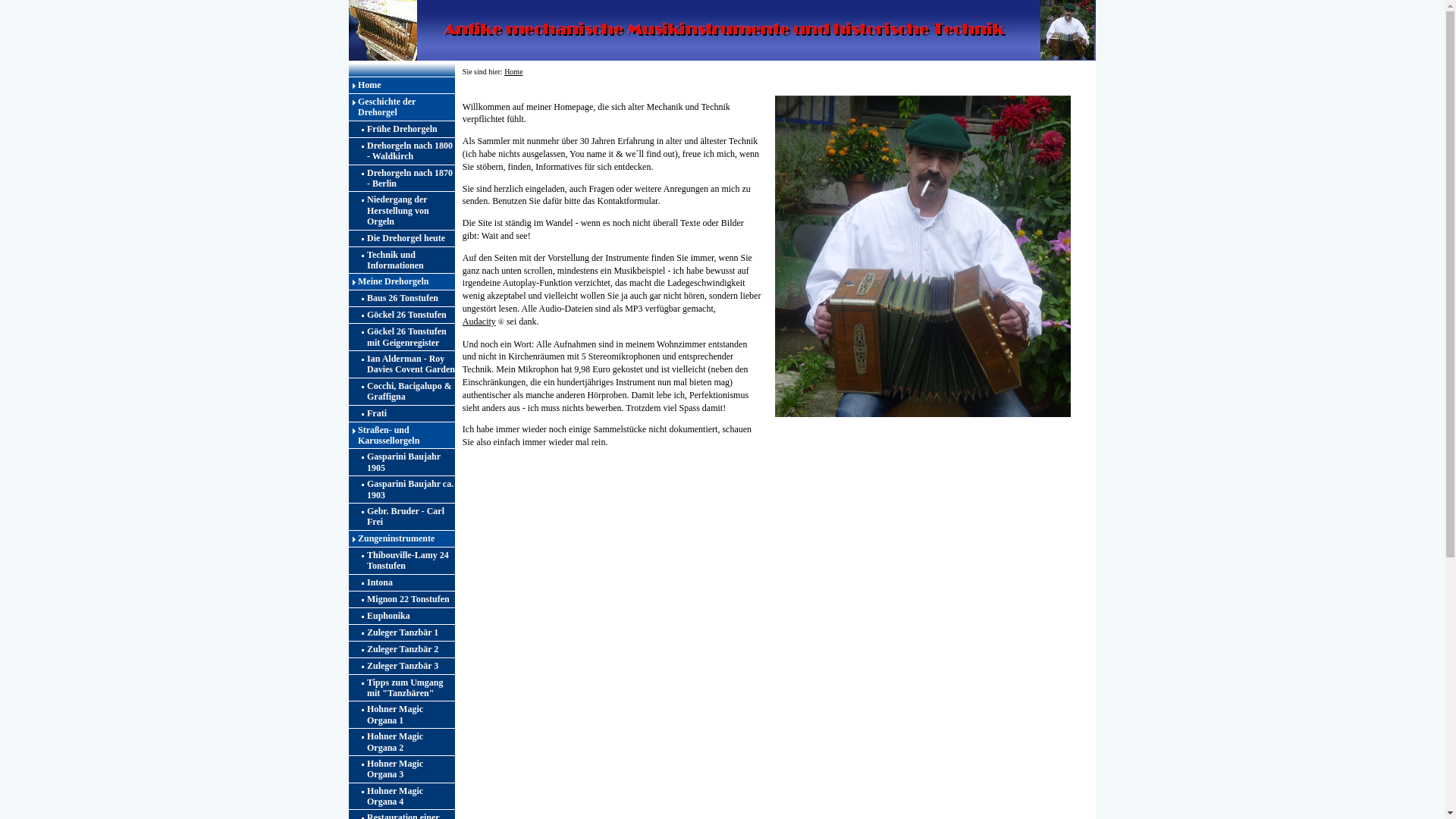  I want to click on 'Euphonika', so click(401, 616).